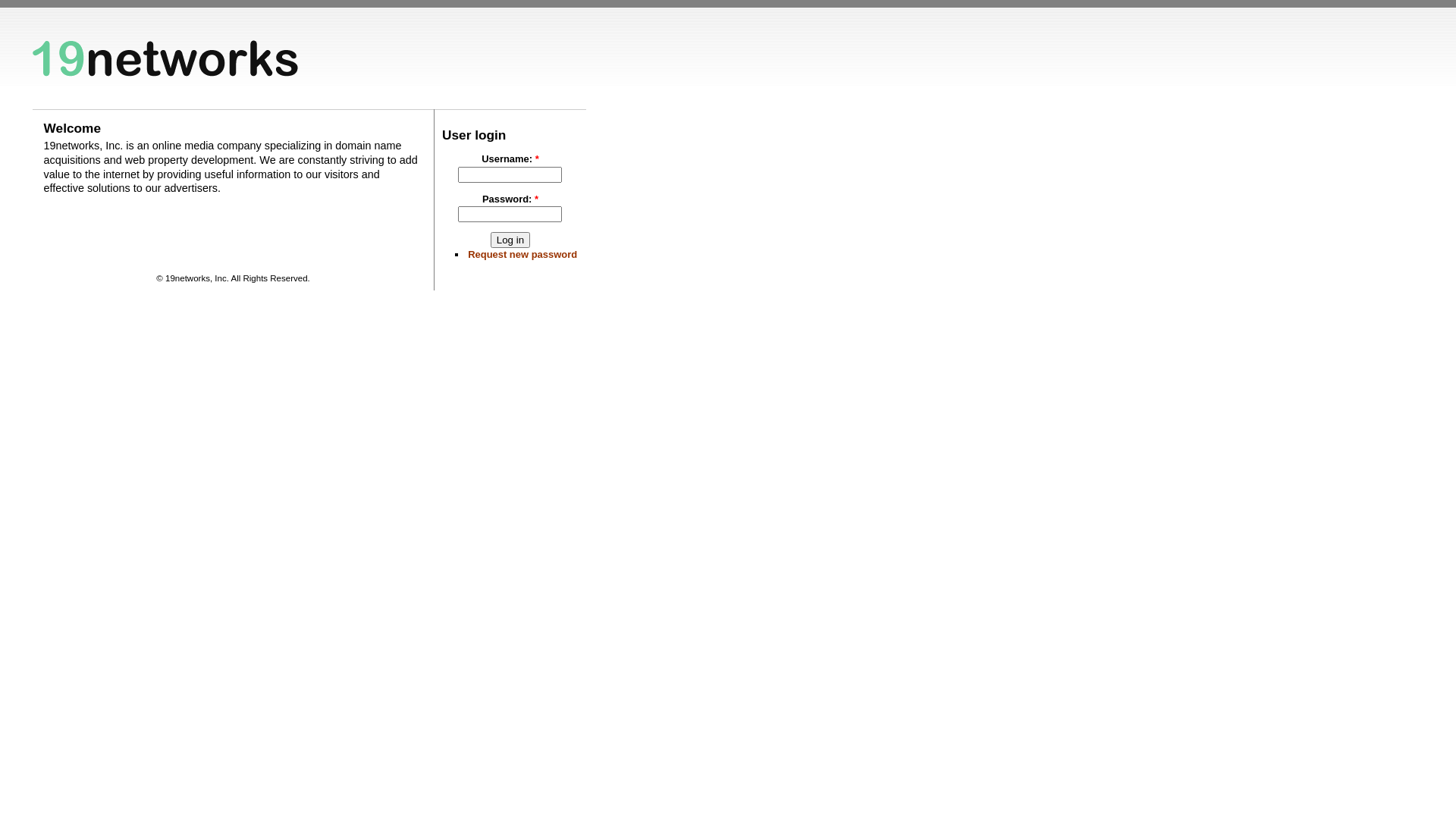 This screenshot has height=819, width=1456. What do you see at coordinates (510, 239) in the screenshot?
I see `'Log in'` at bounding box center [510, 239].